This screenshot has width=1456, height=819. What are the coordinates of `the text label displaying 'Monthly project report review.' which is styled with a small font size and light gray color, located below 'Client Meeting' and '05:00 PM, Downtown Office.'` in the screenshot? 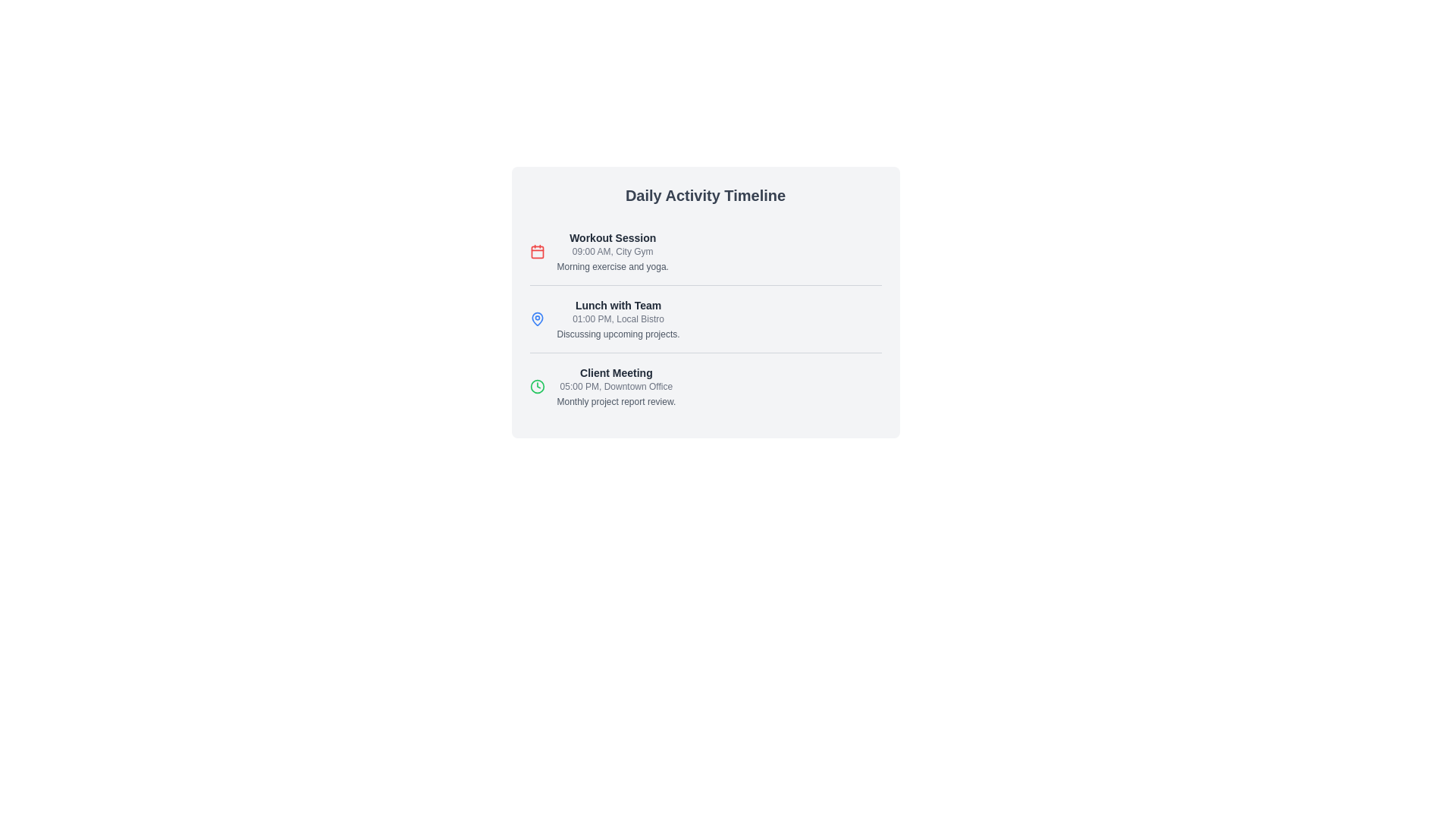 It's located at (616, 400).